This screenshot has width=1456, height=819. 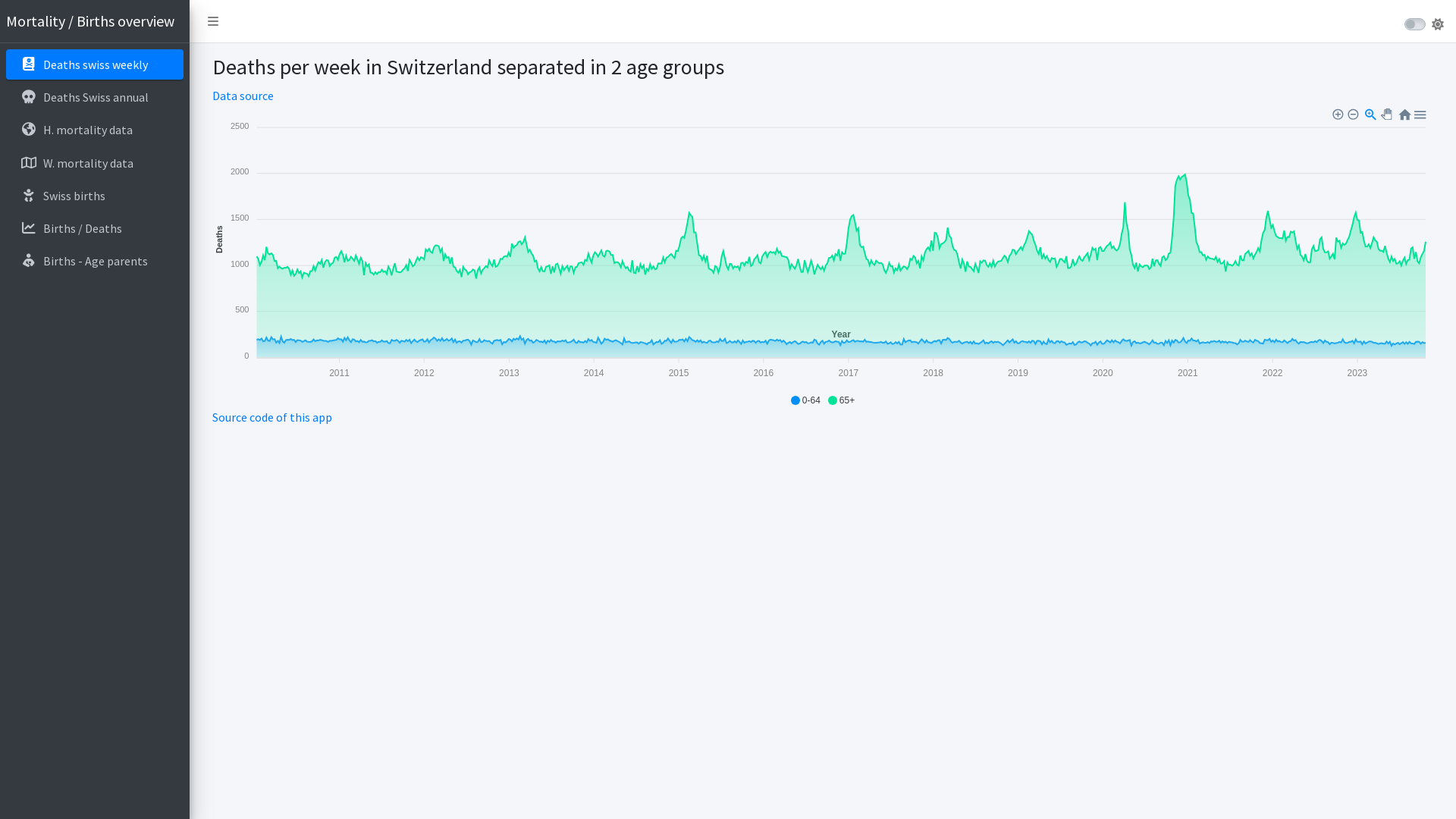 What do you see at coordinates (272, 417) in the screenshot?
I see `'Source code of this app'` at bounding box center [272, 417].